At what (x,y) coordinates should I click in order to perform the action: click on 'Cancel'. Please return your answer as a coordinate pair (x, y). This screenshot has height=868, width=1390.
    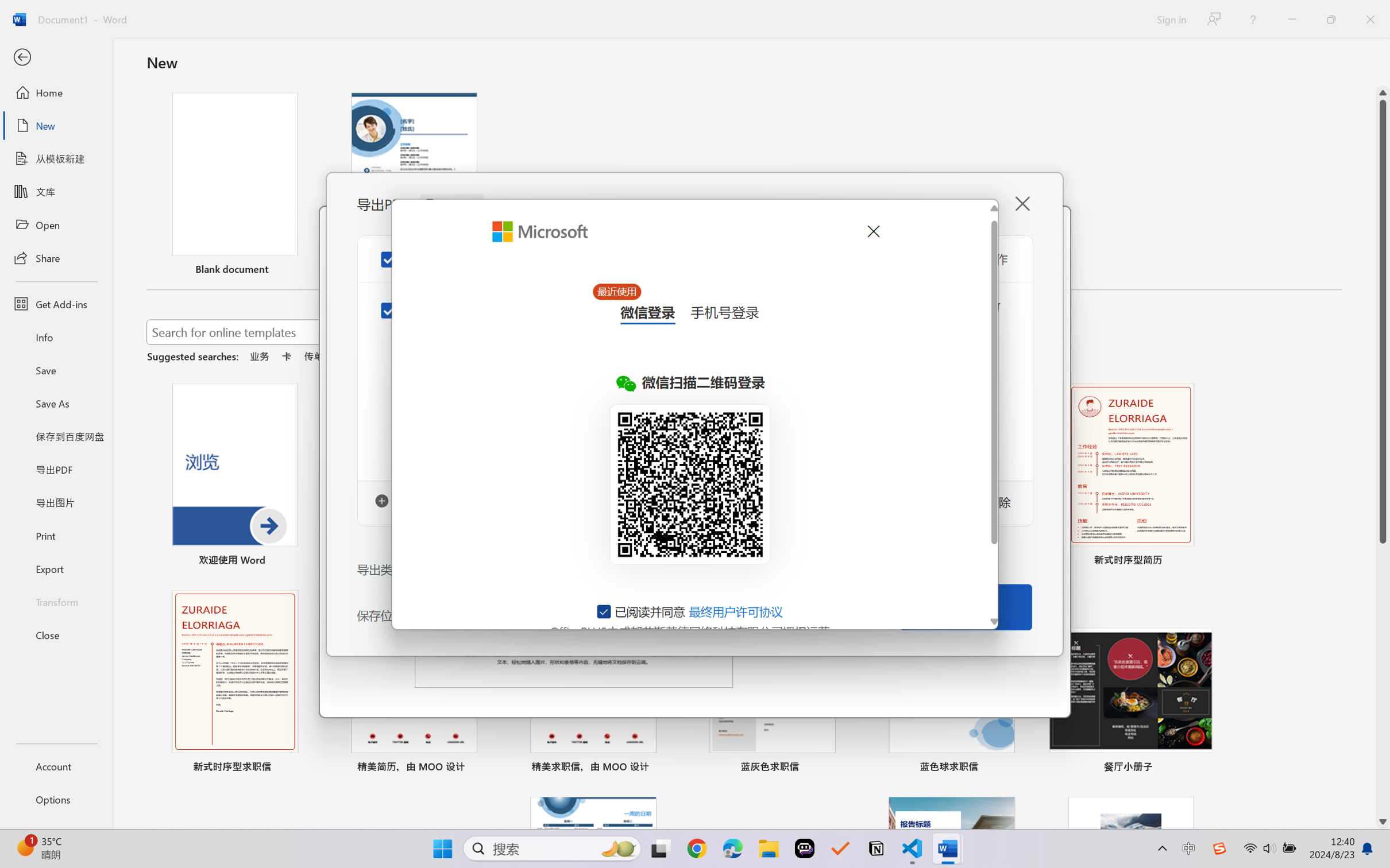
    Looking at the image, I should click on (872, 231).